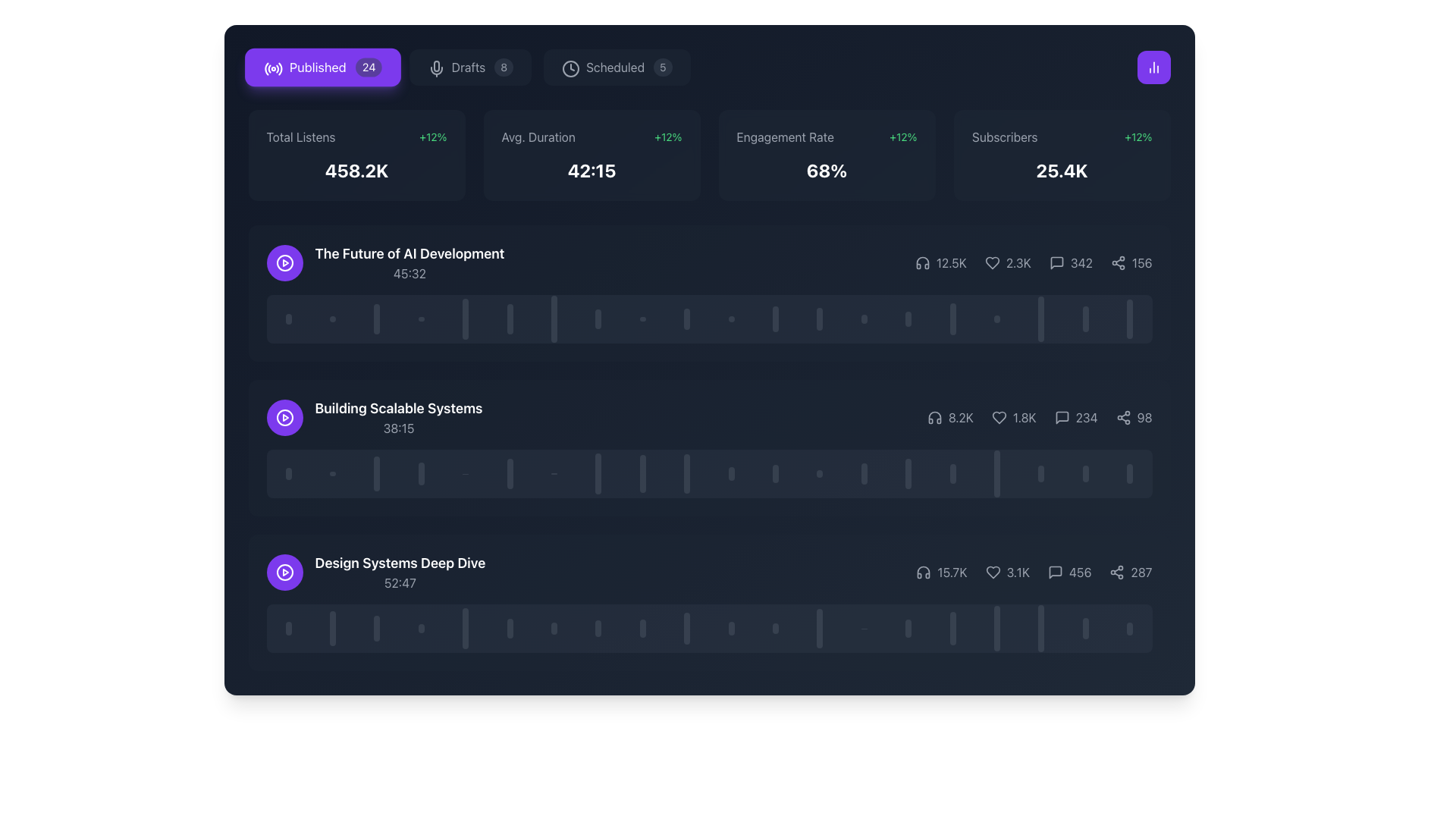  I want to click on the vertical slider, so click(952, 644).